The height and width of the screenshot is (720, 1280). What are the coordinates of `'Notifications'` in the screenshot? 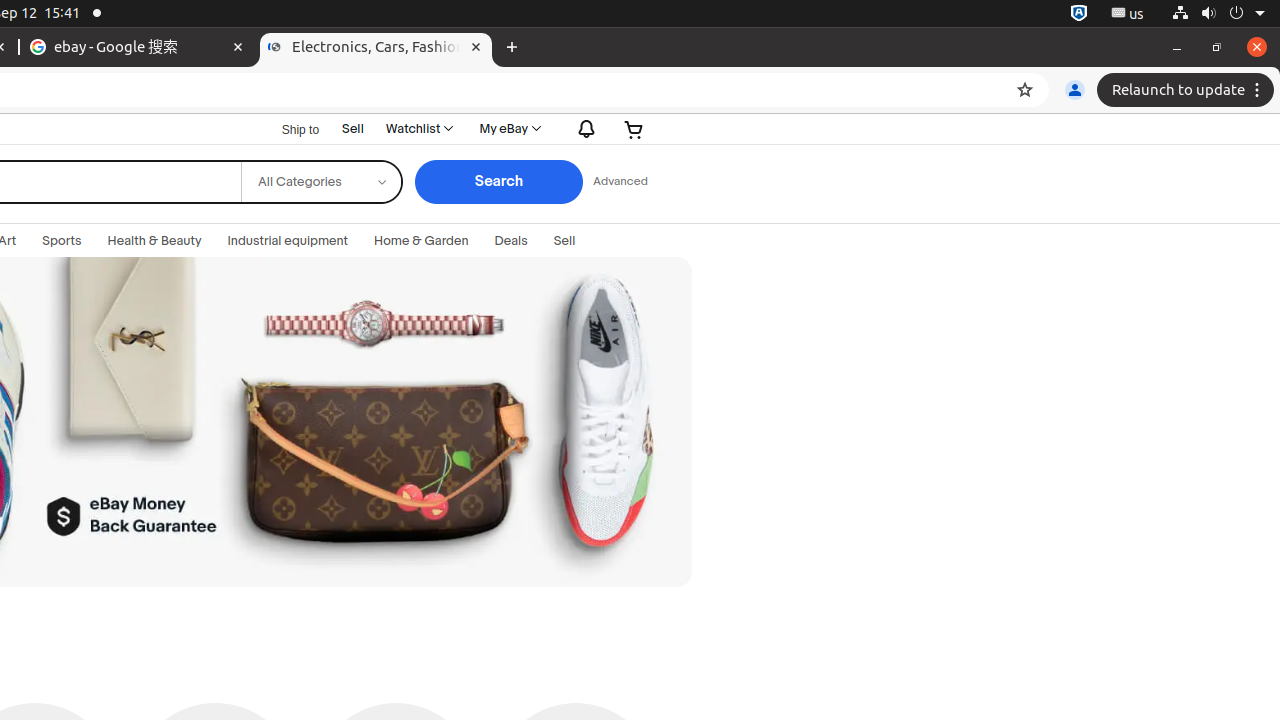 It's located at (581, 129).